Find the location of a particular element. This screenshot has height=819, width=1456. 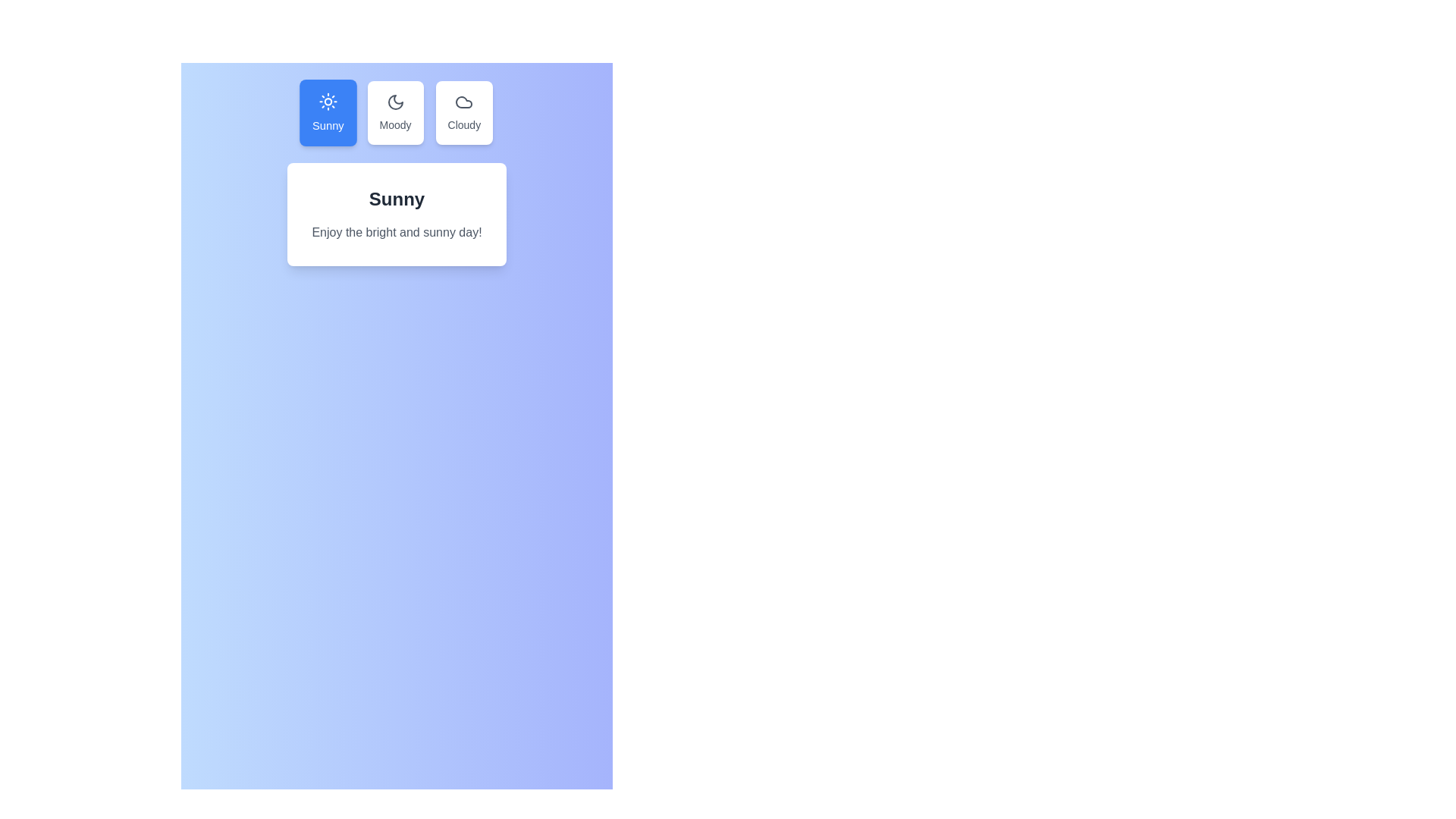

the Cloudy tab in the WeatherTabs component is located at coordinates (463, 112).